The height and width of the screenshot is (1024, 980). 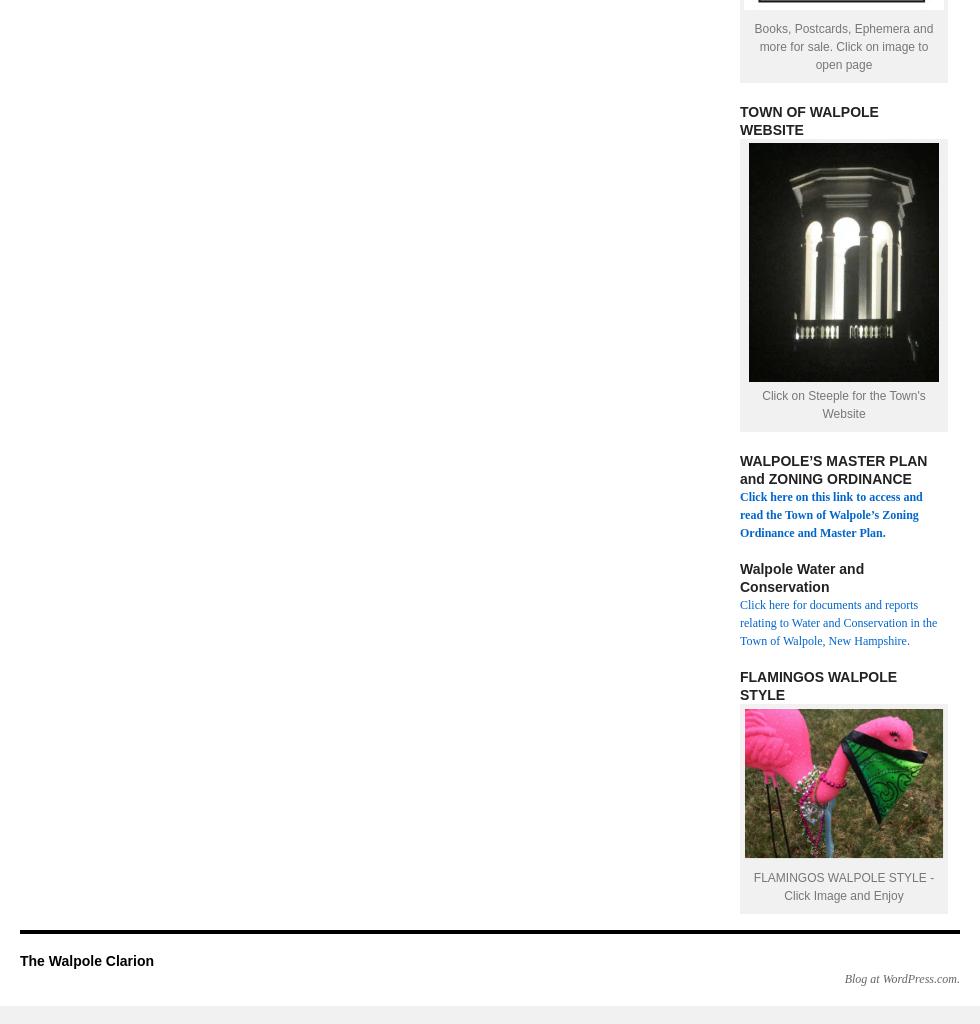 What do you see at coordinates (808, 121) in the screenshot?
I see `'TOWN OF WALPOLE WEBSITE'` at bounding box center [808, 121].